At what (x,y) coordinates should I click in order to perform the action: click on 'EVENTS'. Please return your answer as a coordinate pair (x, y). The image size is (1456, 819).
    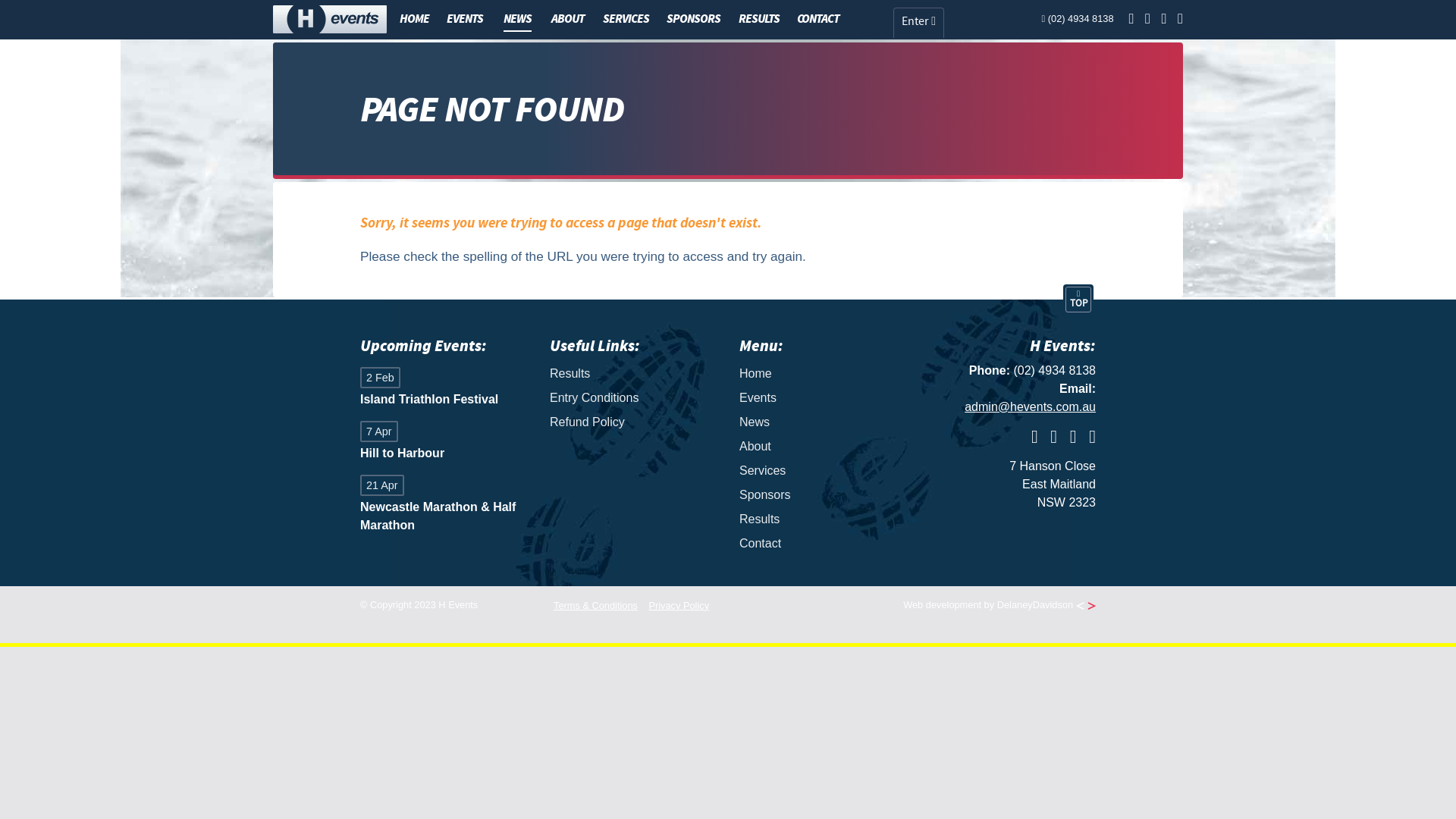
    Looking at the image, I should click on (440, 18).